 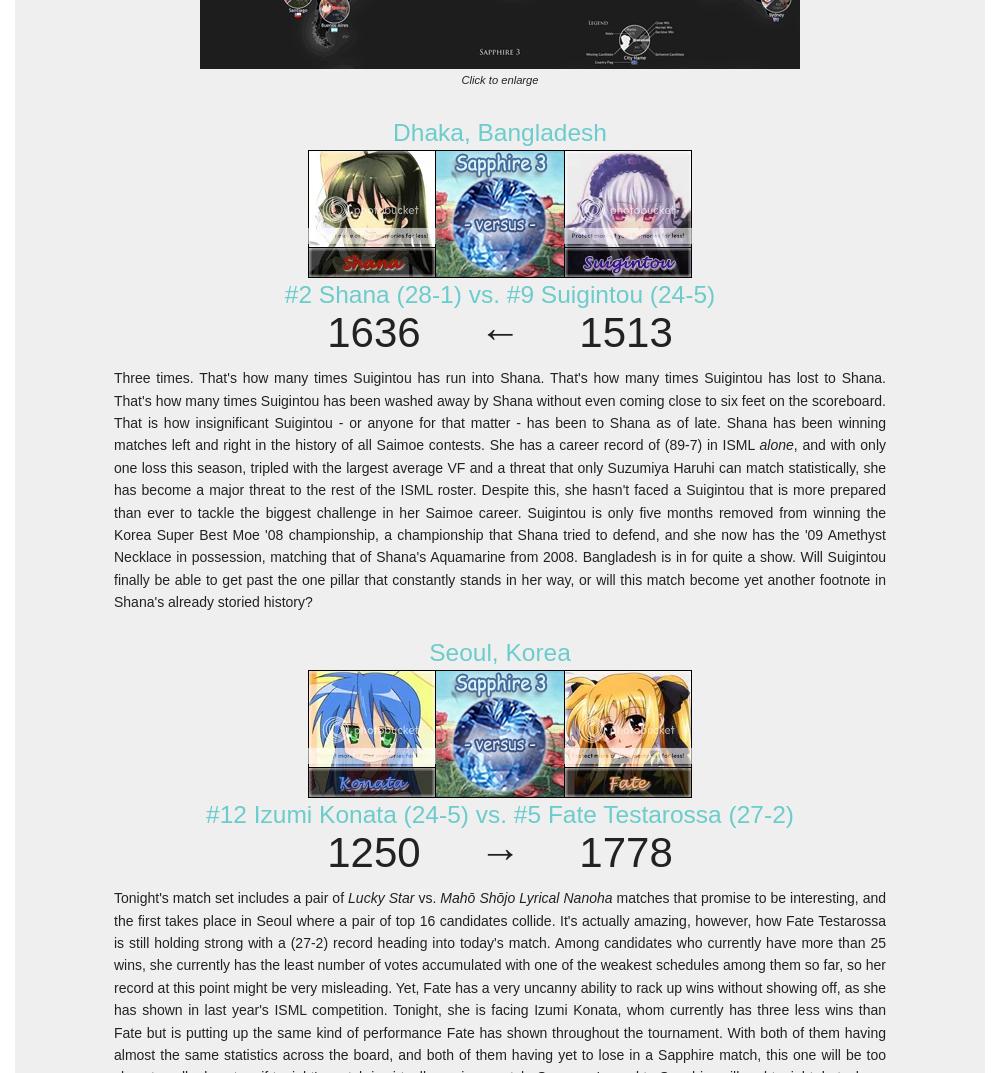 I want to click on ', and with only one loss this season, tripled with the largest average VF and a threat that only Suzumiya Haruhi can match statistically, she has become a major threat to the rest of the ISML roster.  Despite this, she hasn't faced a Suigintou that is more prepared than ever to tackle the biggest challenge in her Saimoe career.  Suigintou is only five months removed from winning the Korea Super Best Moe '08 championship, a championship that Shana tried to defend, and she now has the '09 Amethyst Necklace in possession, matching that of Shana's Aquamarine from 2008.  Bangladesh is in for quite a show.  Will Suigintou finally be able to get past the one pillar that constantly stands in her way, or will this match become yet another footnote in Shana's already storied history?', so click(x=500, y=522).